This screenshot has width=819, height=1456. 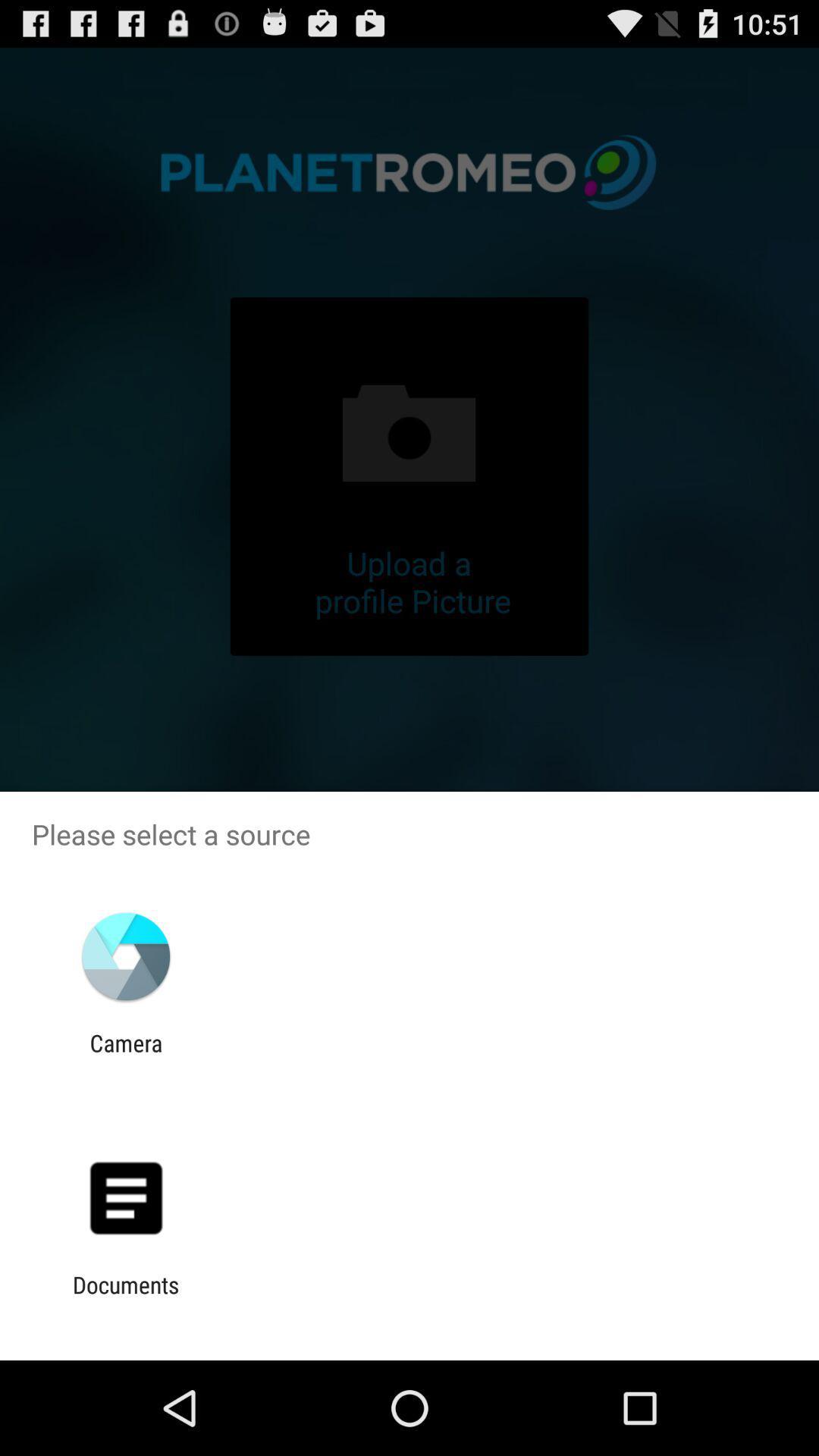 What do you see at coordinates (125, 1056) in the screenshot?
I see `camera icon` at bounding box center [125, 1056].